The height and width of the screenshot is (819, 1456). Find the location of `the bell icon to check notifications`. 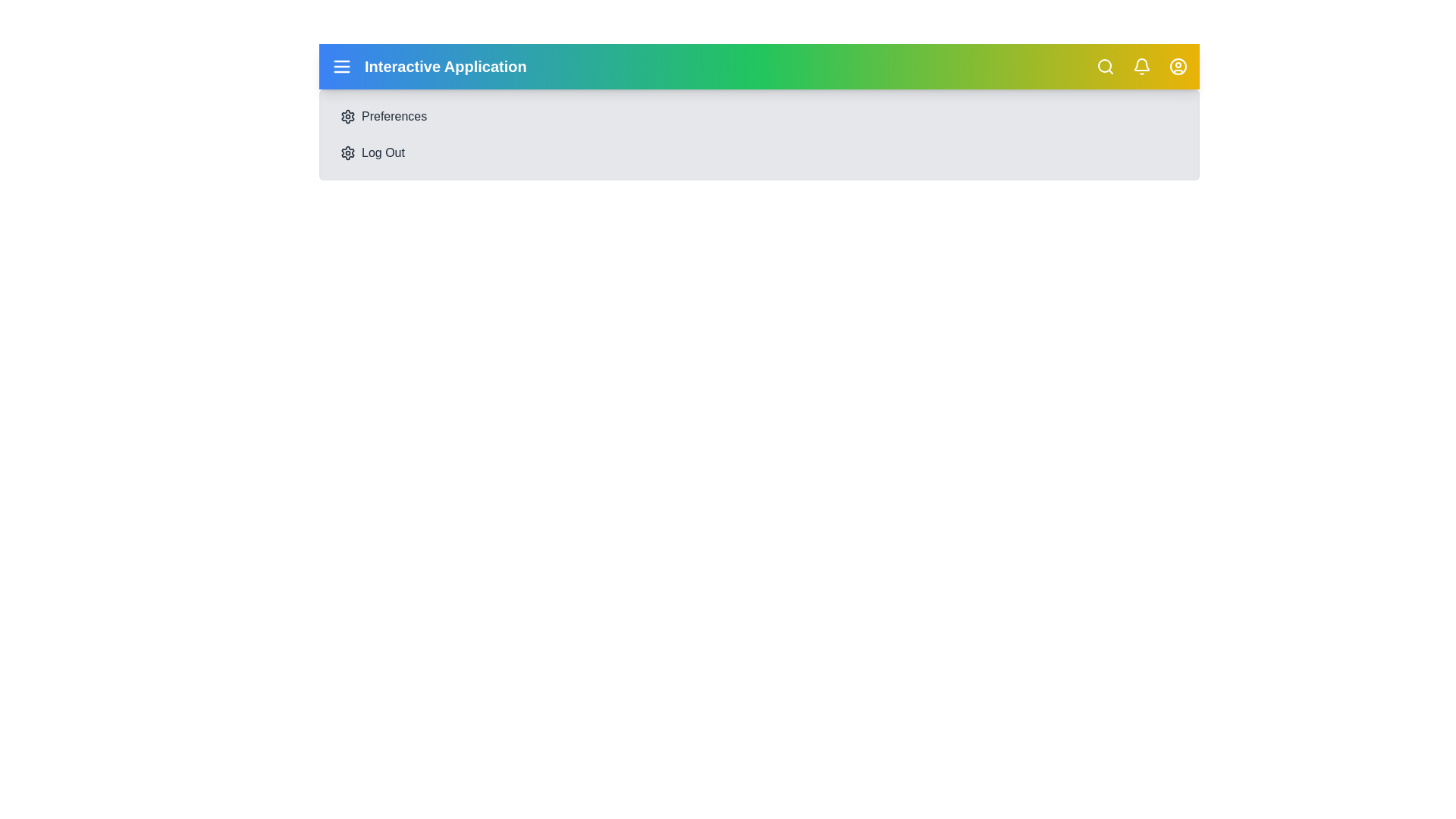

the bell icon to check notifications is located at coordinates (1142, 66).